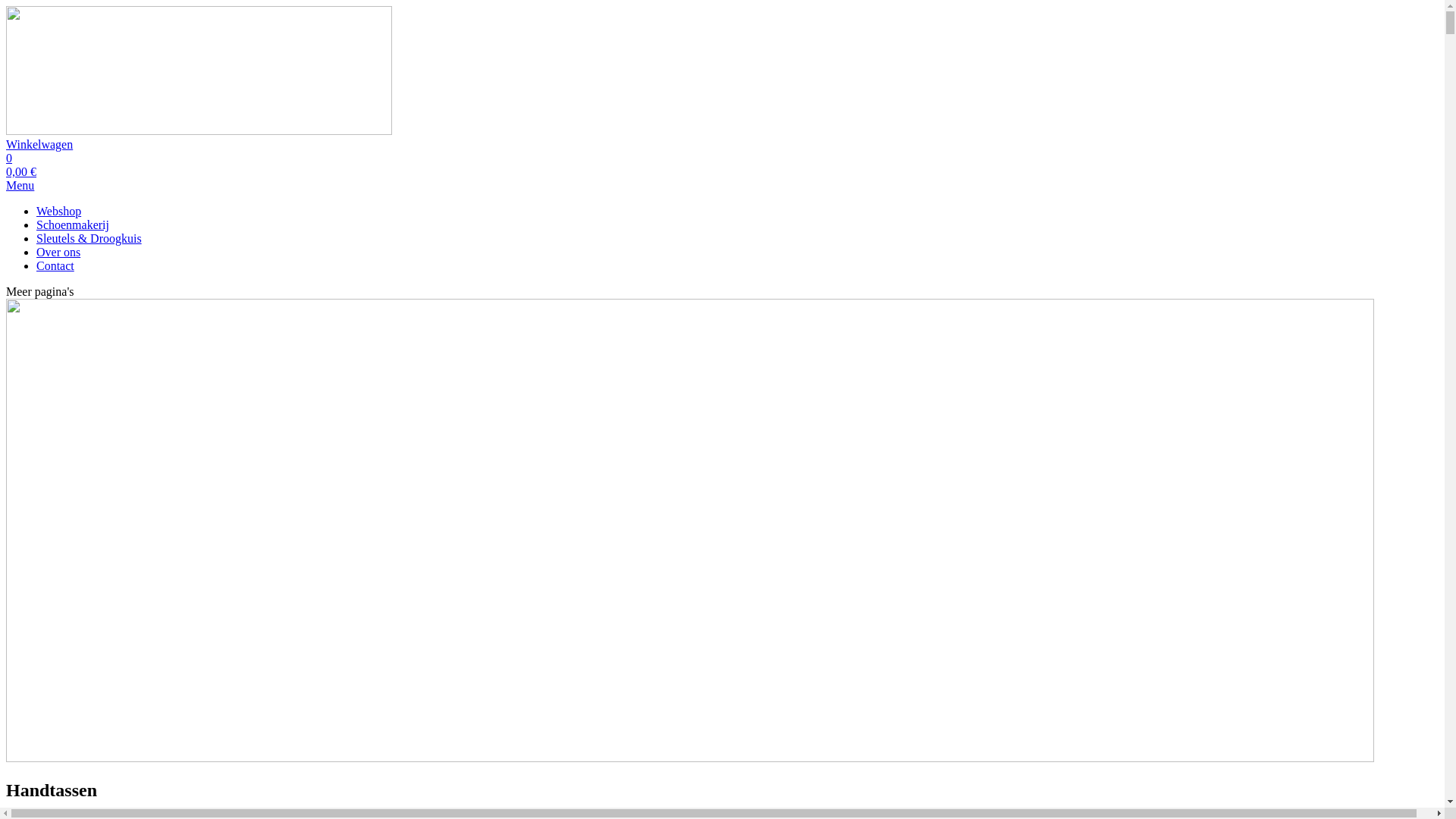  Describe the element at coordinates (58, 211) in the screenshot. I see `'Webshop'` at that location.